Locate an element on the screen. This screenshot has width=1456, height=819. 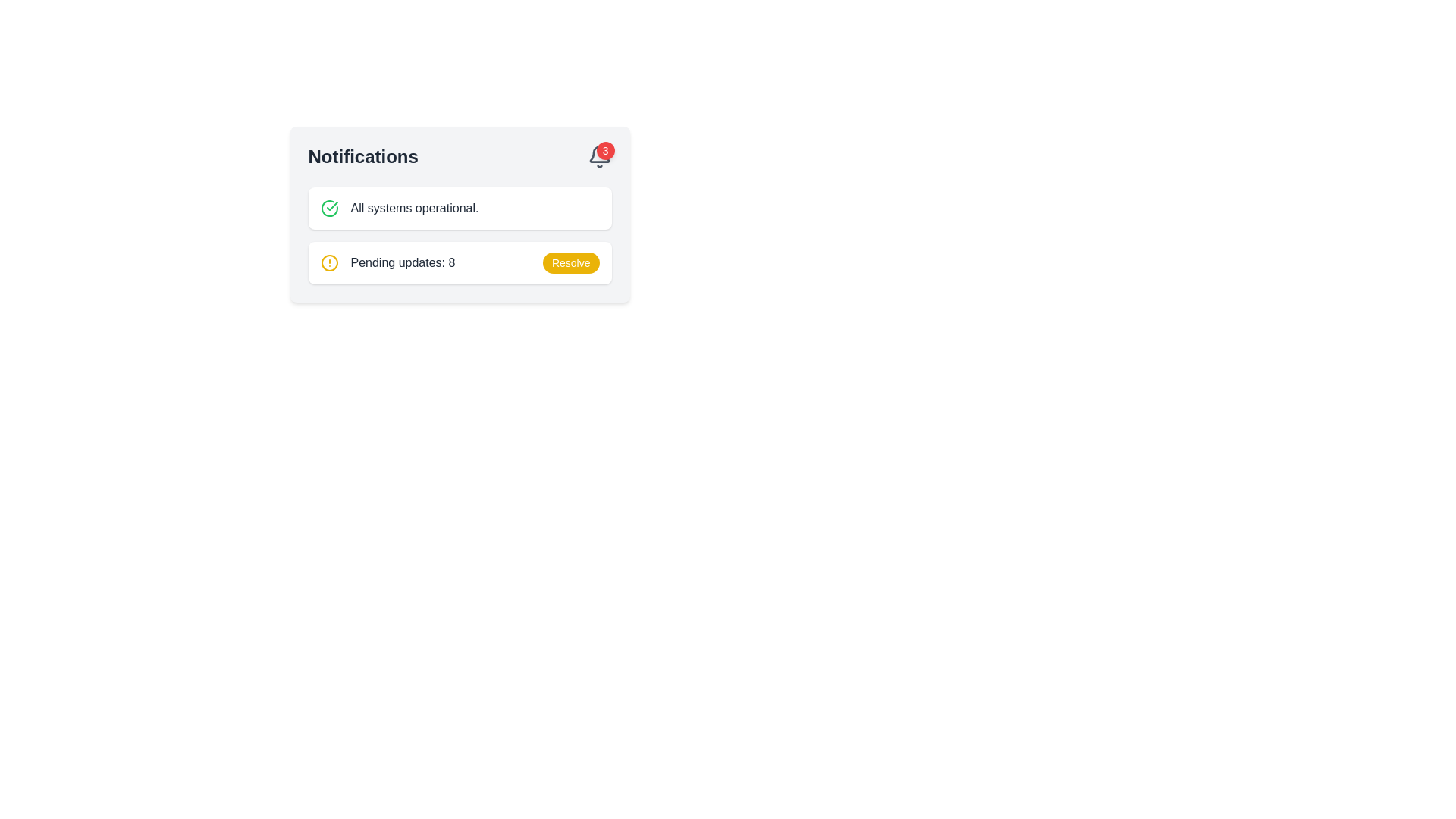
the text display that informs the user about pending updates, positioned centrally in the second notification bar below the header 'Notifications.' is located at coordinates (403, 262).